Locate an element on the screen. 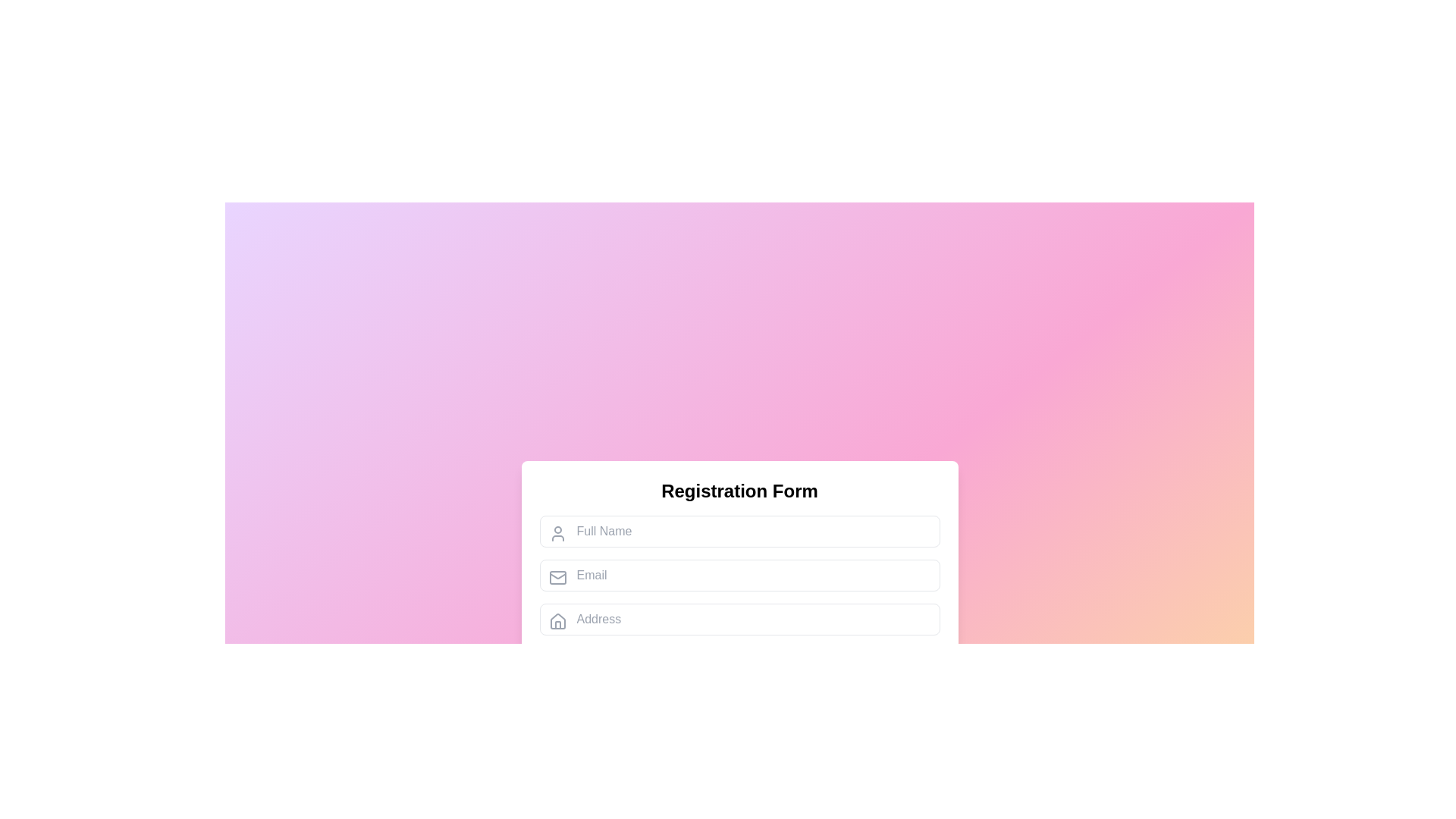 This screenshot has width=1456, height=819. the graphic/icon indicating the 'Full Name' input field located in the top-left corner of the input field in the registration form is located at coordinates (557, 532).